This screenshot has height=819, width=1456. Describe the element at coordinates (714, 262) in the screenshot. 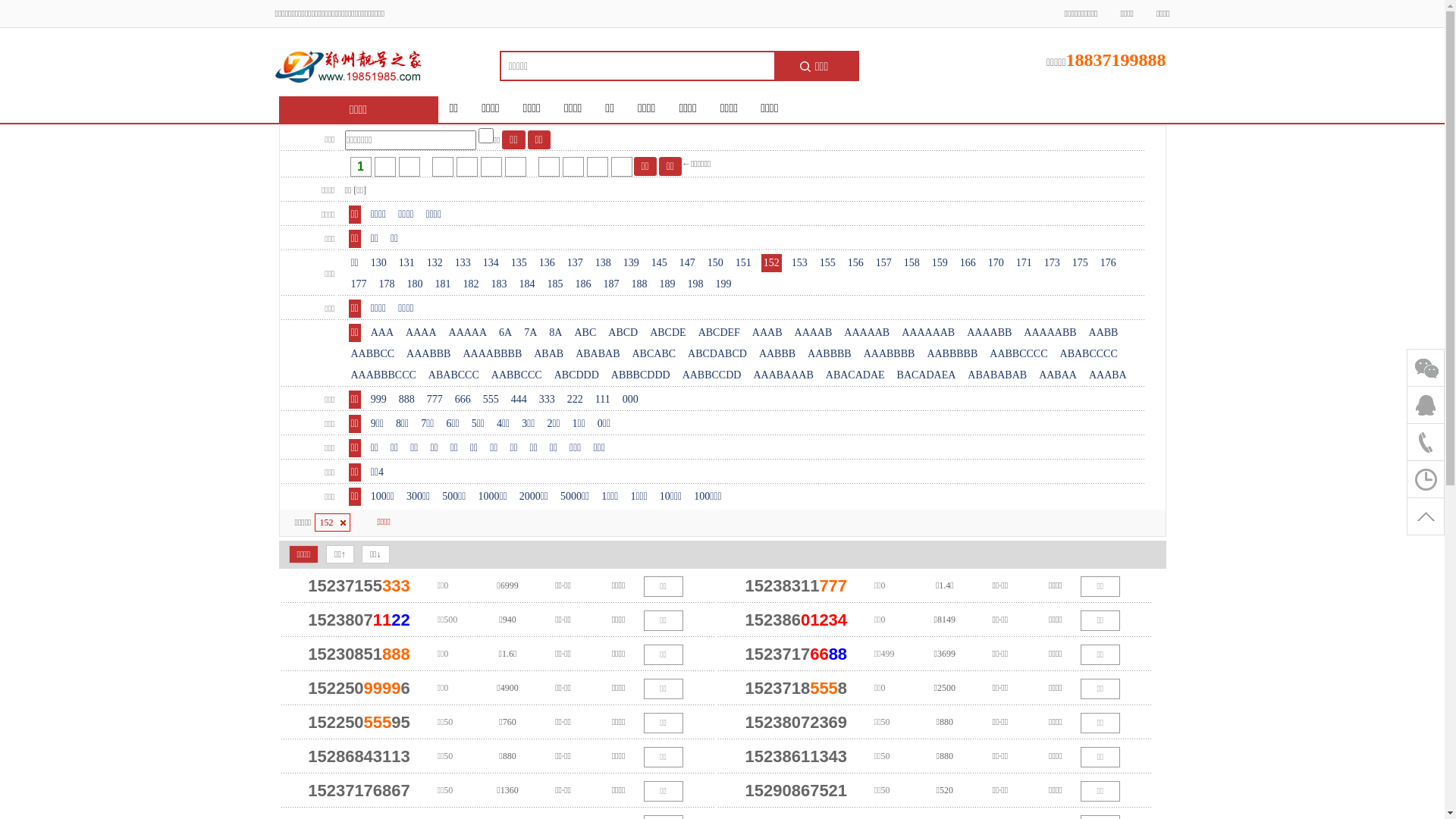

I see `'150'` at that location.